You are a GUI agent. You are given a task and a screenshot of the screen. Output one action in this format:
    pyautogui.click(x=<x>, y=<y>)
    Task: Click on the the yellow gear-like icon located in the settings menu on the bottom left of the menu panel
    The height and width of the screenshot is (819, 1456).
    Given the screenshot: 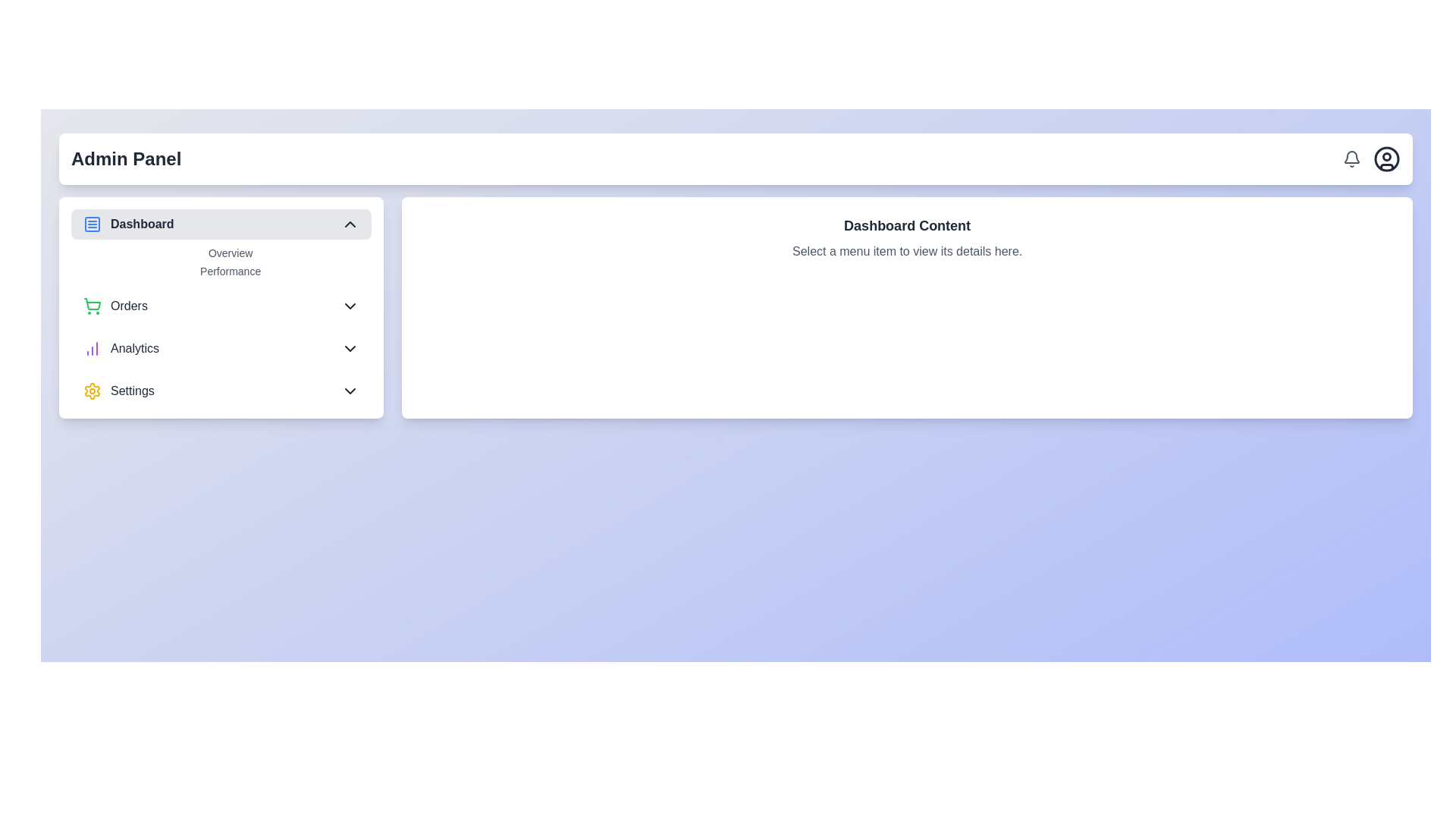 What is the action you would take?
    pyautogui.click(x=91, y=391)
    